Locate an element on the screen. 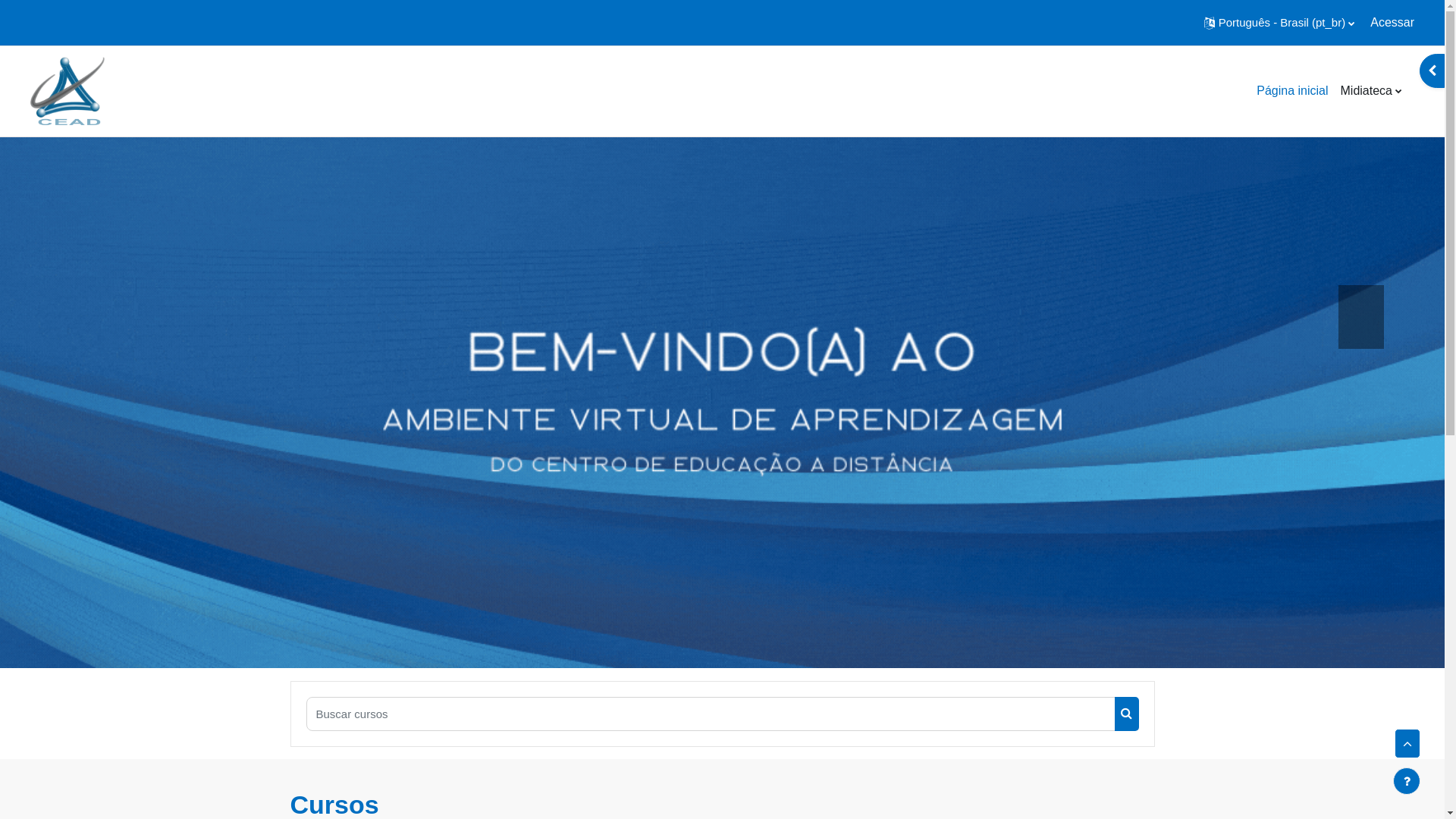 The height and width of the screenshot is (819, 1456). 'Abrir gaveta de blocos' is located at coordinates (1419, 71).